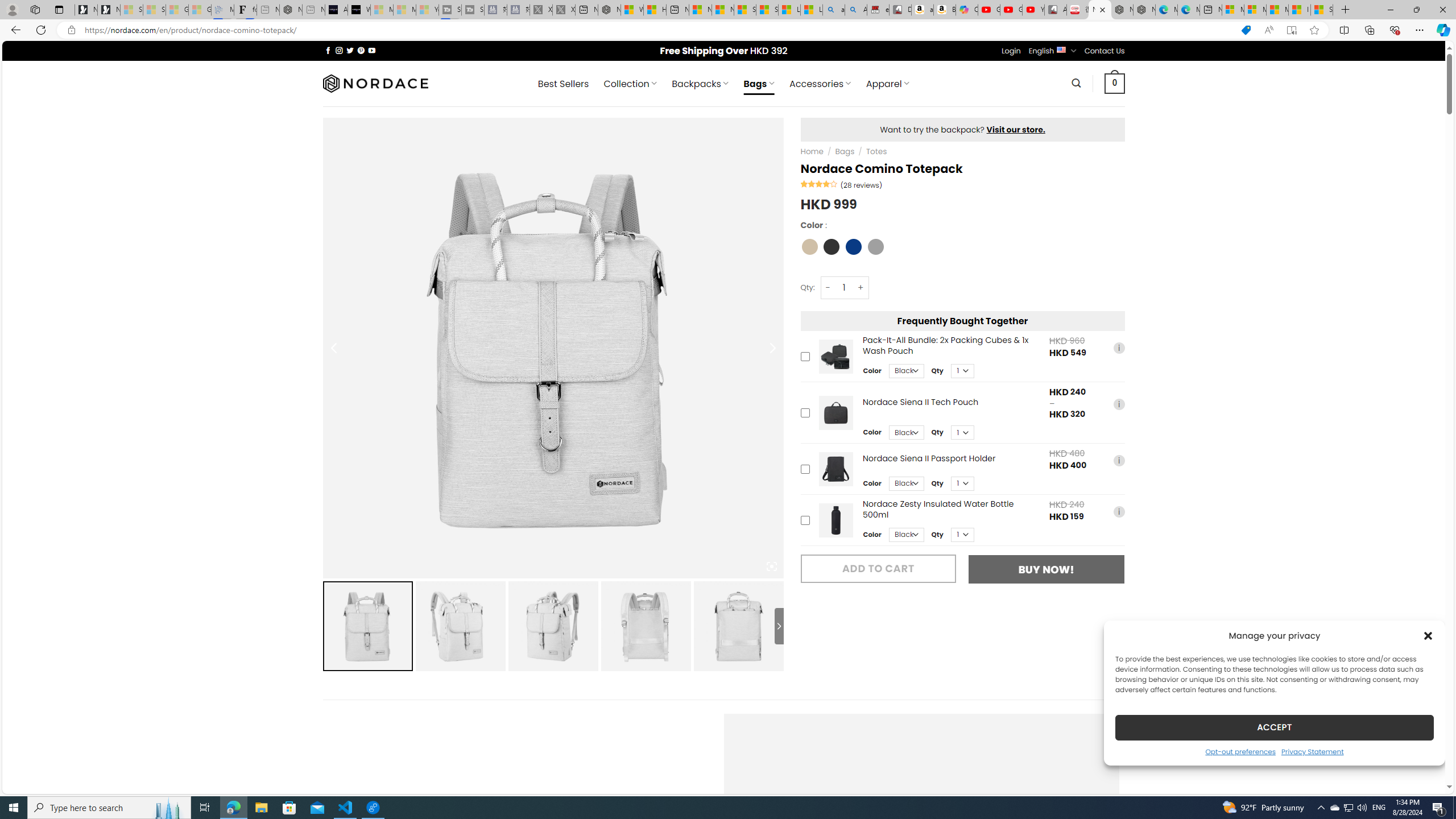  I want to click on 'Opt-out preferences', so click(1240, 751).